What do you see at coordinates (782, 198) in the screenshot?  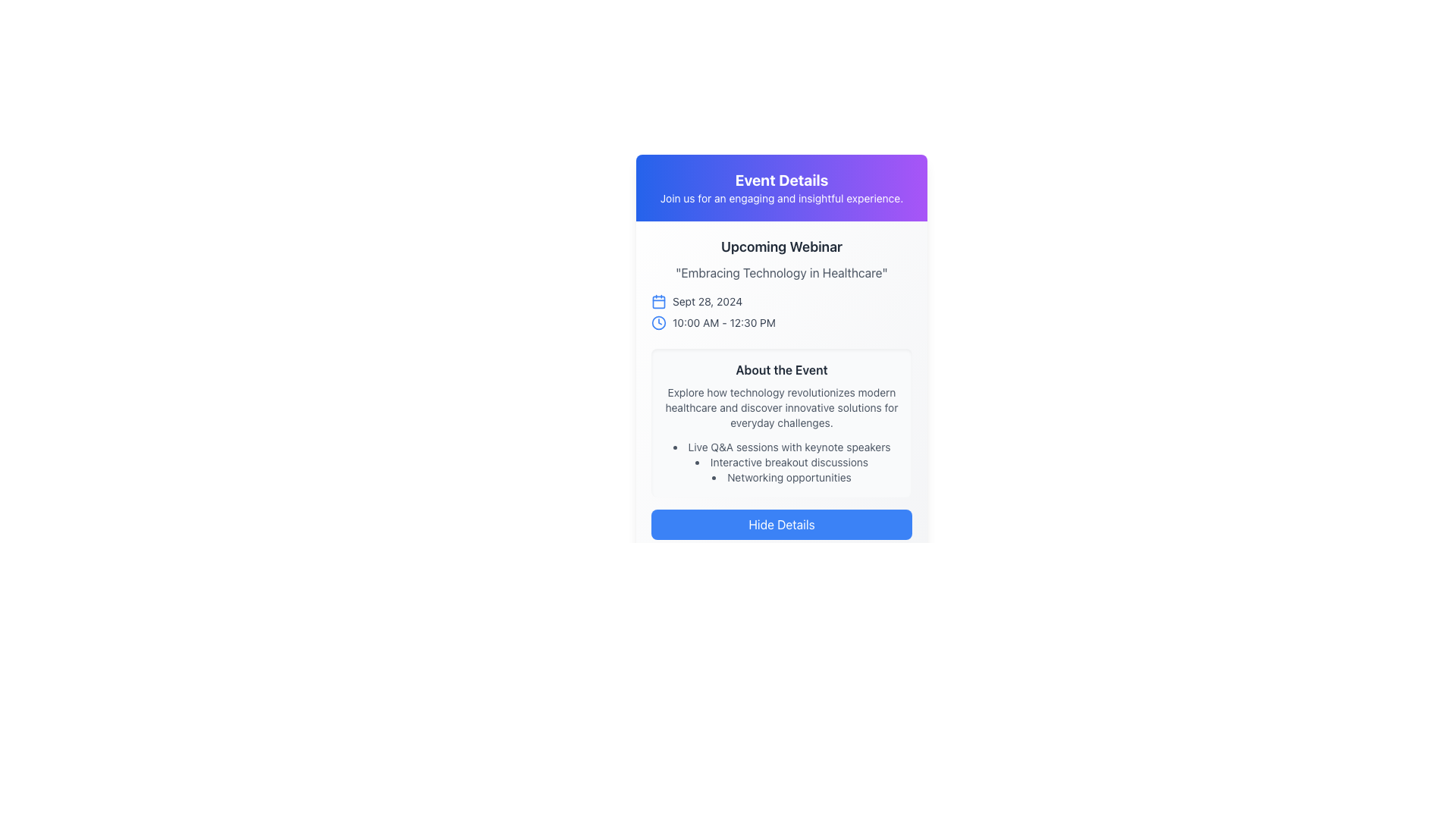 I see `the static text element displaying 'Join us for an engaging and insightful experience.' located beneath the 'Event Details' title in the blue-to-purple gradient header` at bounding box center [782, 198].